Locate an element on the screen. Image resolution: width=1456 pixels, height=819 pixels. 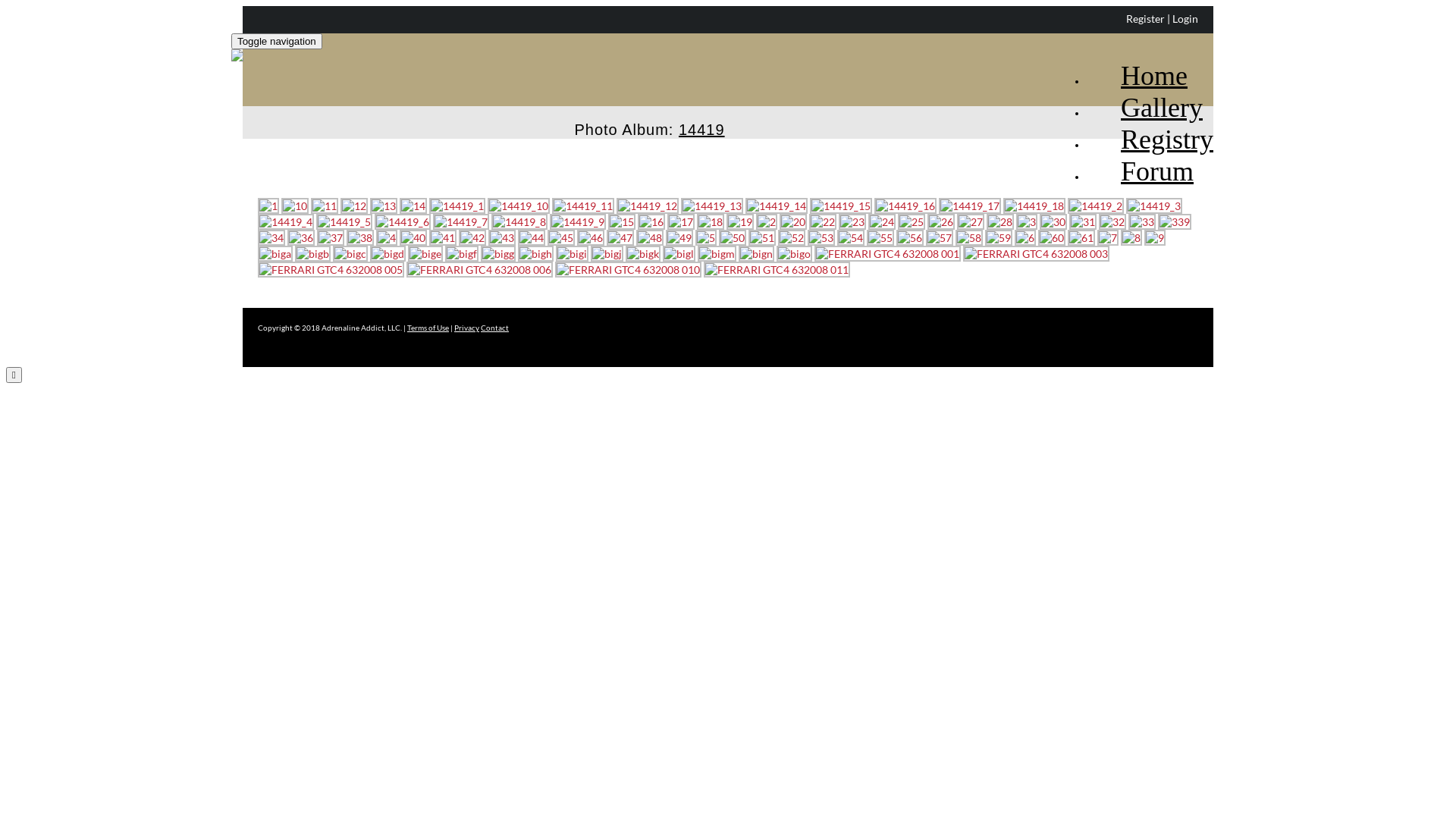
'FERRARI GTC4 632008 011 (click to enlarge)' is located at coordinates (777, 268).